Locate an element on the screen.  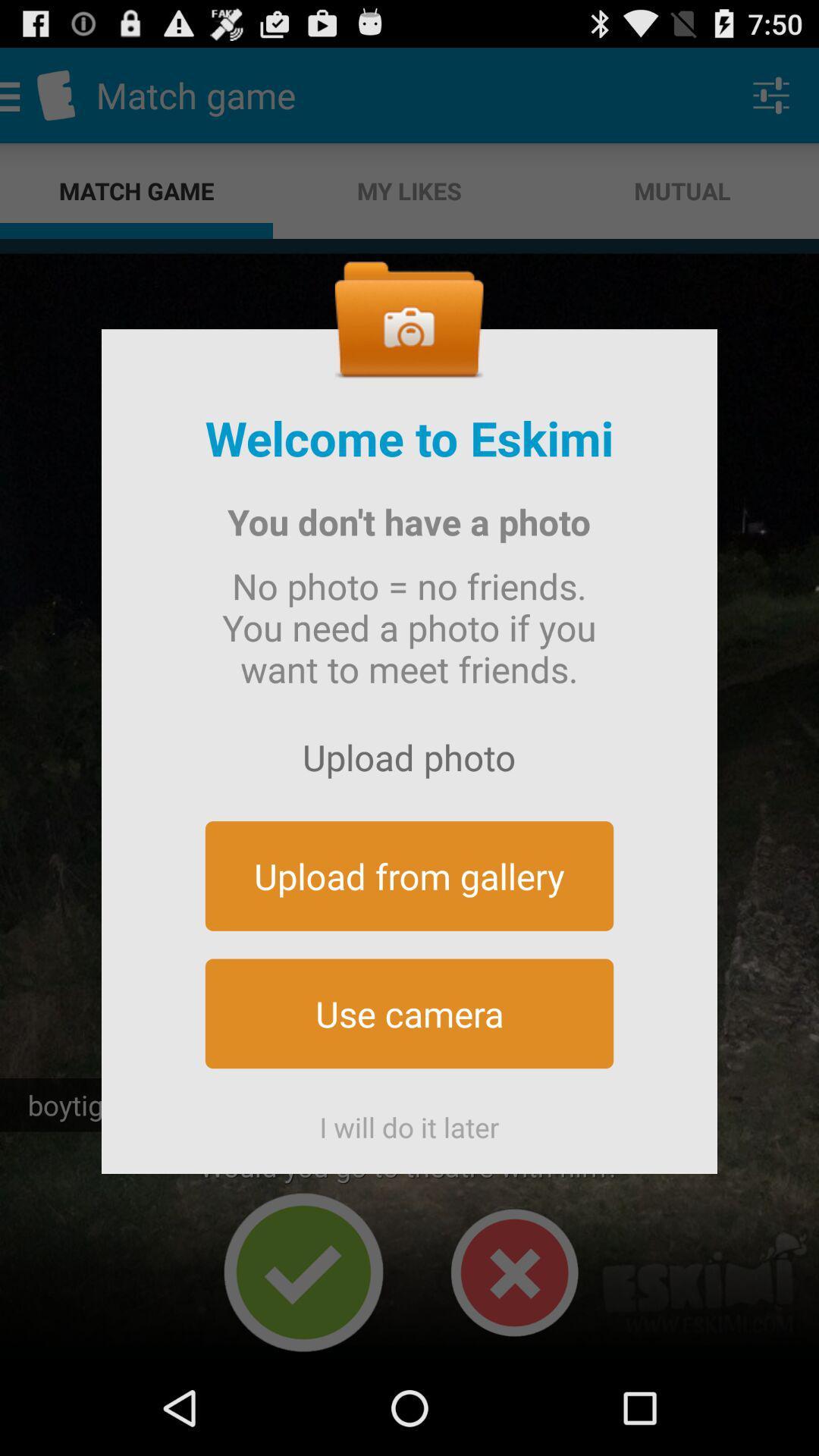
the upload from gallery icon is located at coordinates (409, 876).